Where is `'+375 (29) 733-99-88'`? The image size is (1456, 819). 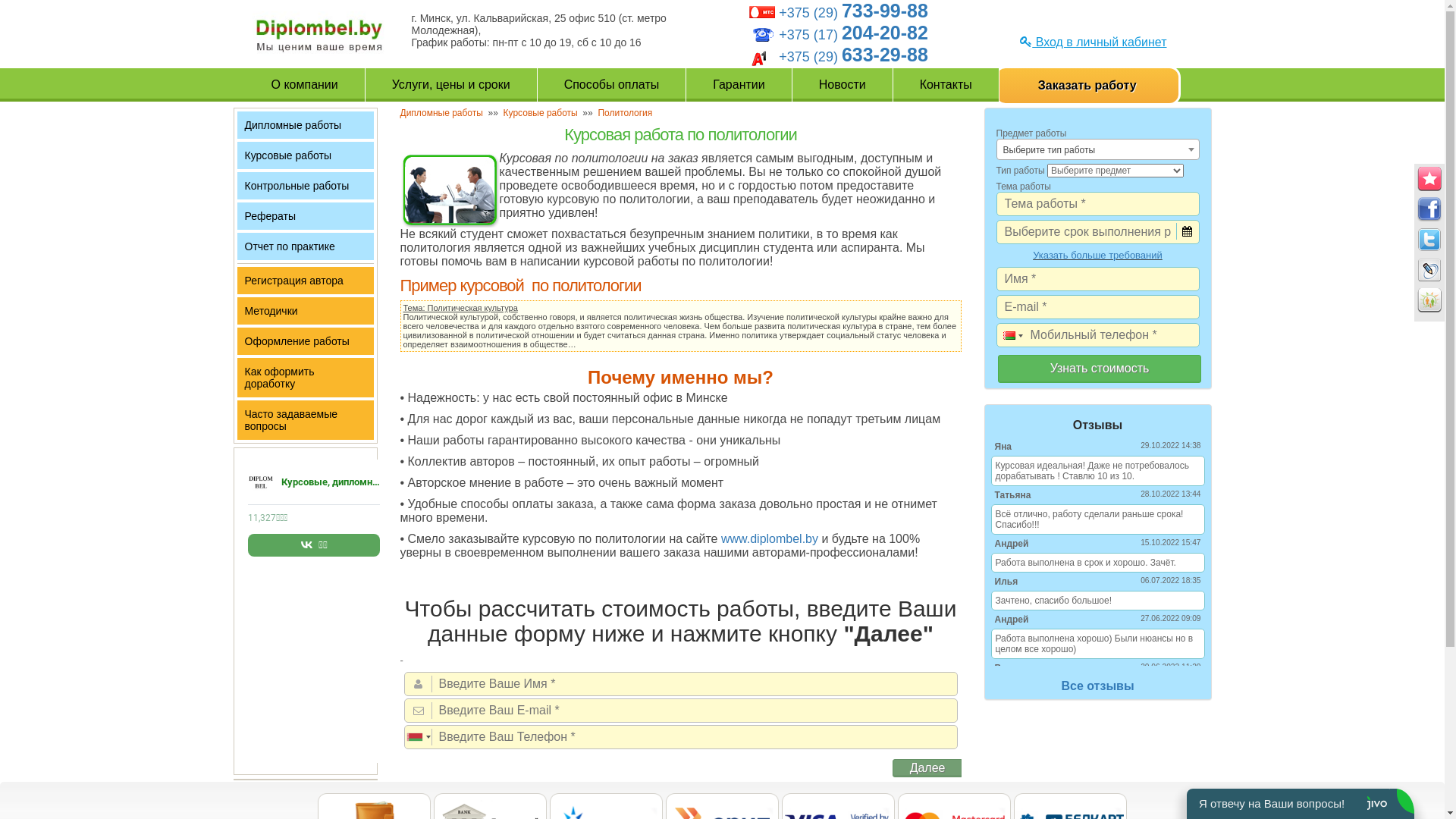
'+375 (29) 733-99-88' is located at coordinates (853, 12).